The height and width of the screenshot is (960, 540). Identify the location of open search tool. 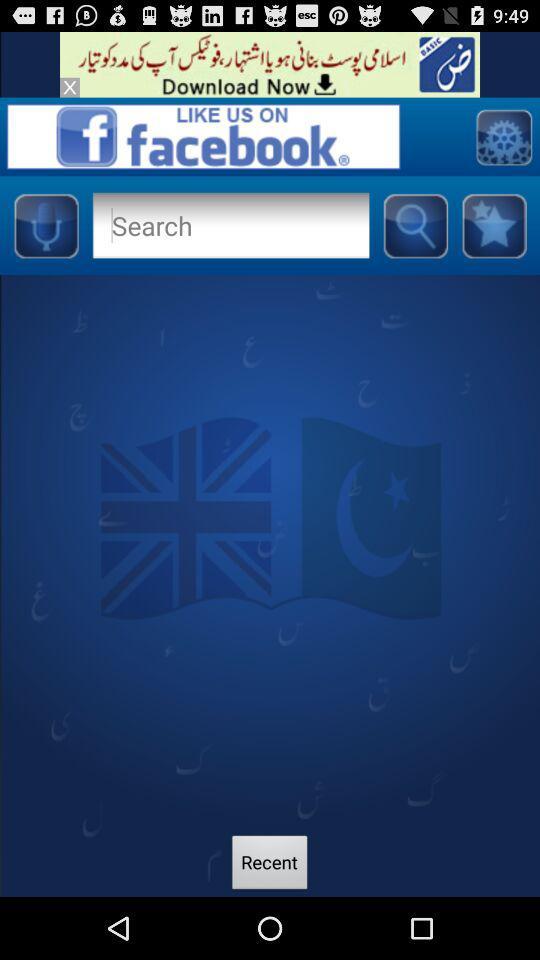
(229, 225).